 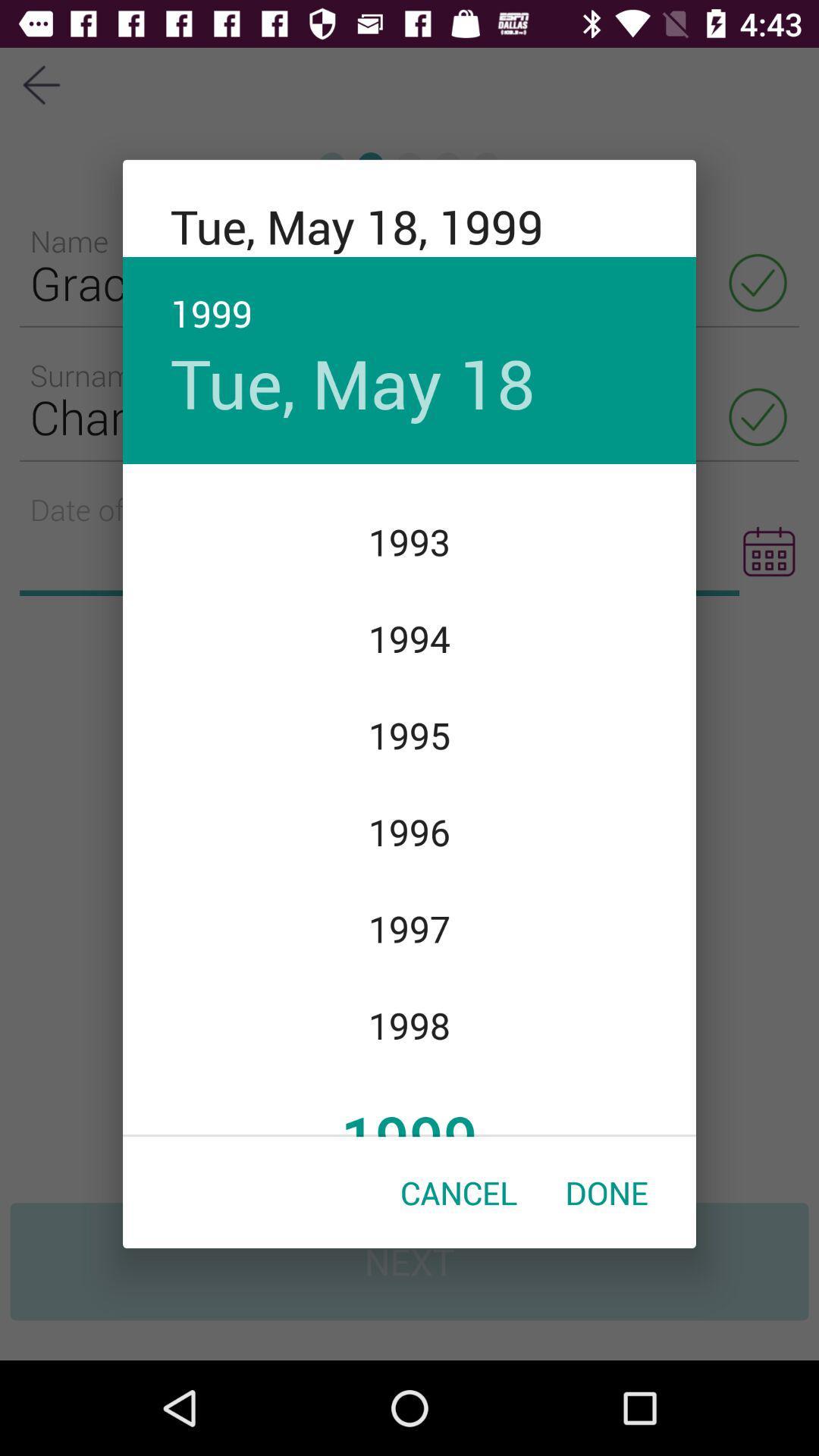 I want to click on the item to the left of done icon, so click(x=458, y=1191).